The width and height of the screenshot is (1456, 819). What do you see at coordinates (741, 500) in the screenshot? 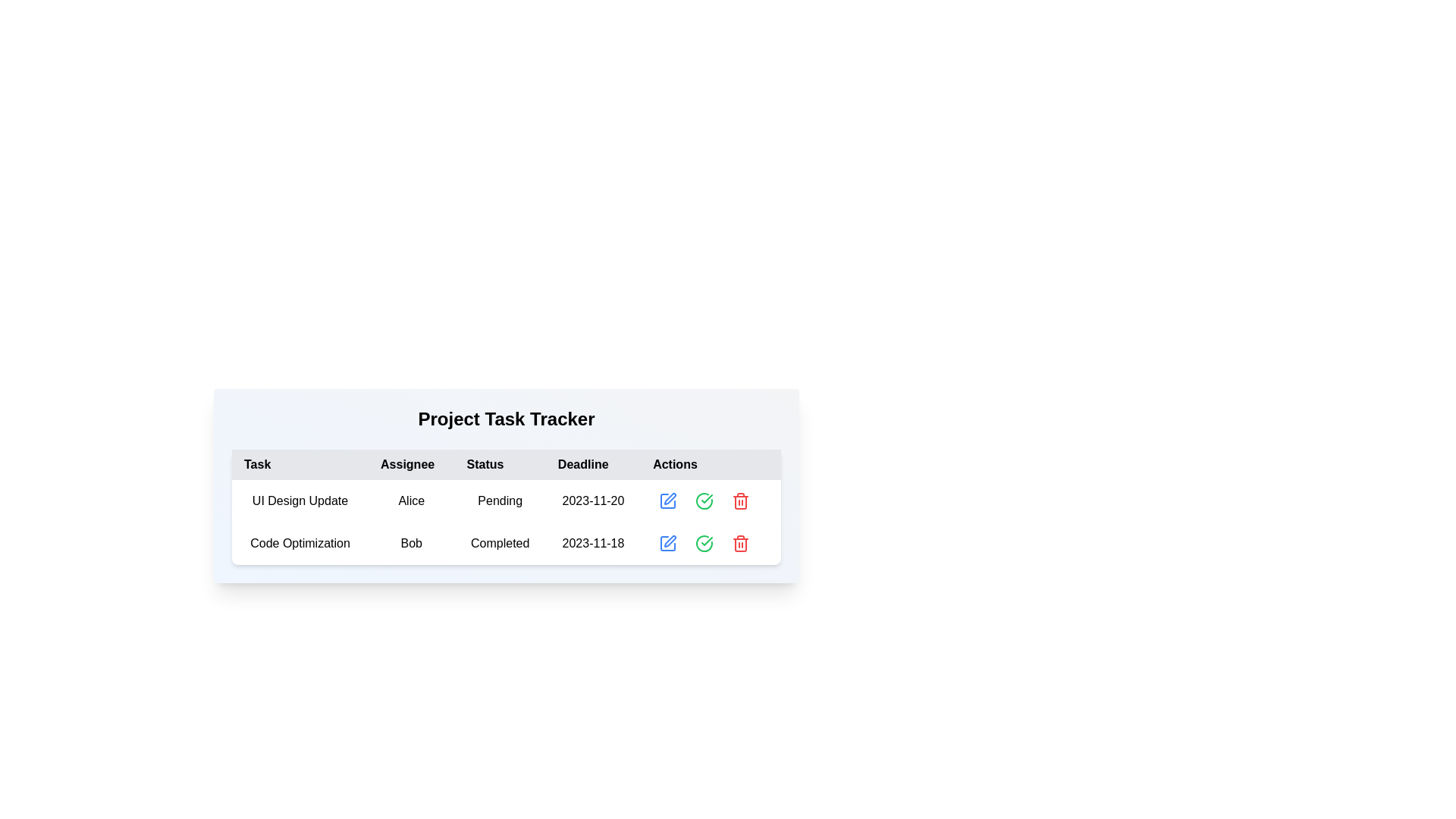
I see `the red trash bin icon in the second row of the 'Actions' column to initiate the deletion operation of the task 'Code Optimization'` at bounding box center [741, 500].